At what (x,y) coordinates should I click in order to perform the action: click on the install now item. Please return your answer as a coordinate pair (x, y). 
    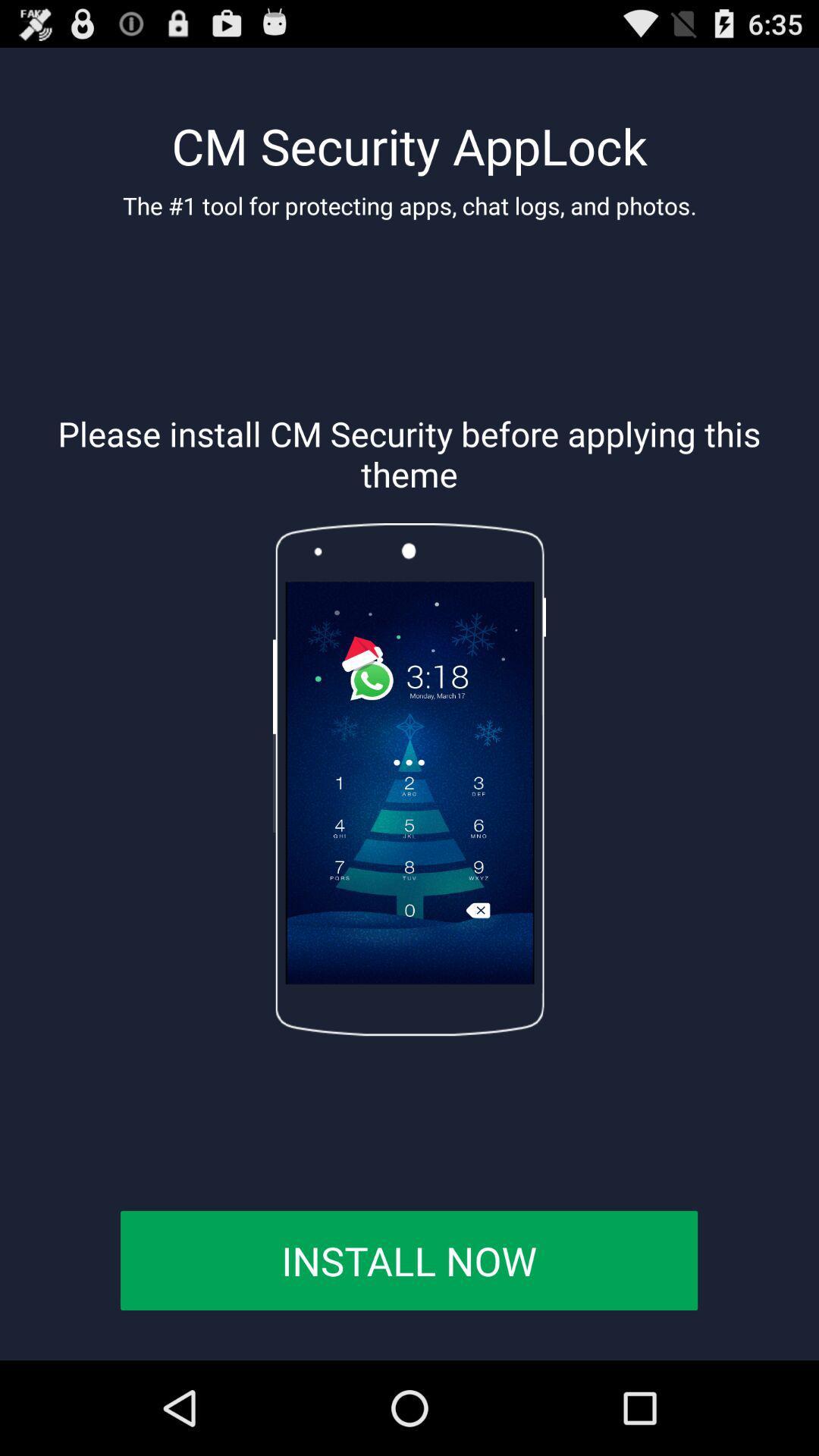
    Looking at the image, I should click on (408, 1260).